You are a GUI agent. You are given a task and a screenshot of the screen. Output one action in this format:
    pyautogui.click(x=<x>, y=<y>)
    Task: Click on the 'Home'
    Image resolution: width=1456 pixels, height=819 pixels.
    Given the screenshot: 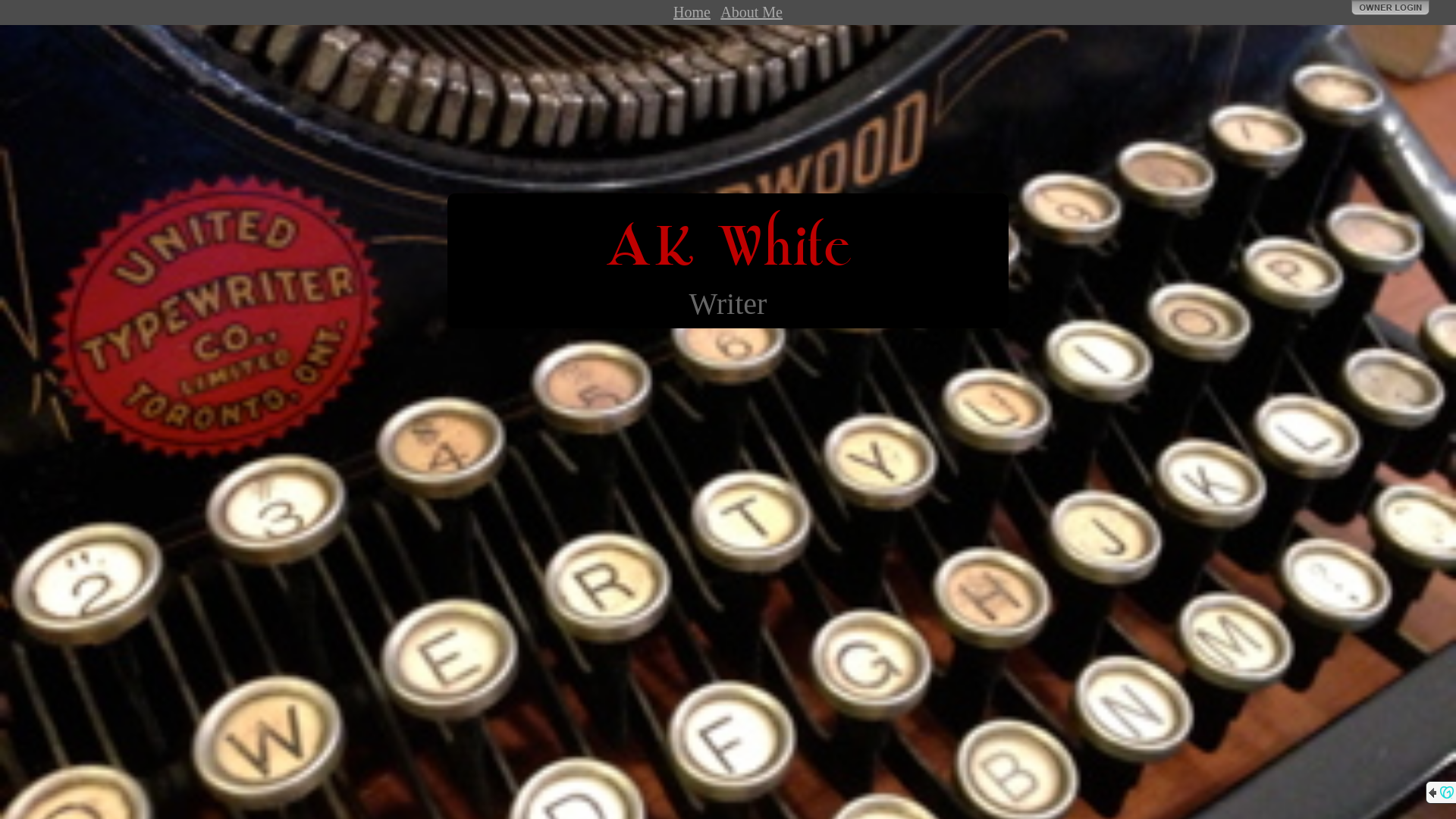 What is the action you would take?
    pyautogui.click(x=691, y=11)
    